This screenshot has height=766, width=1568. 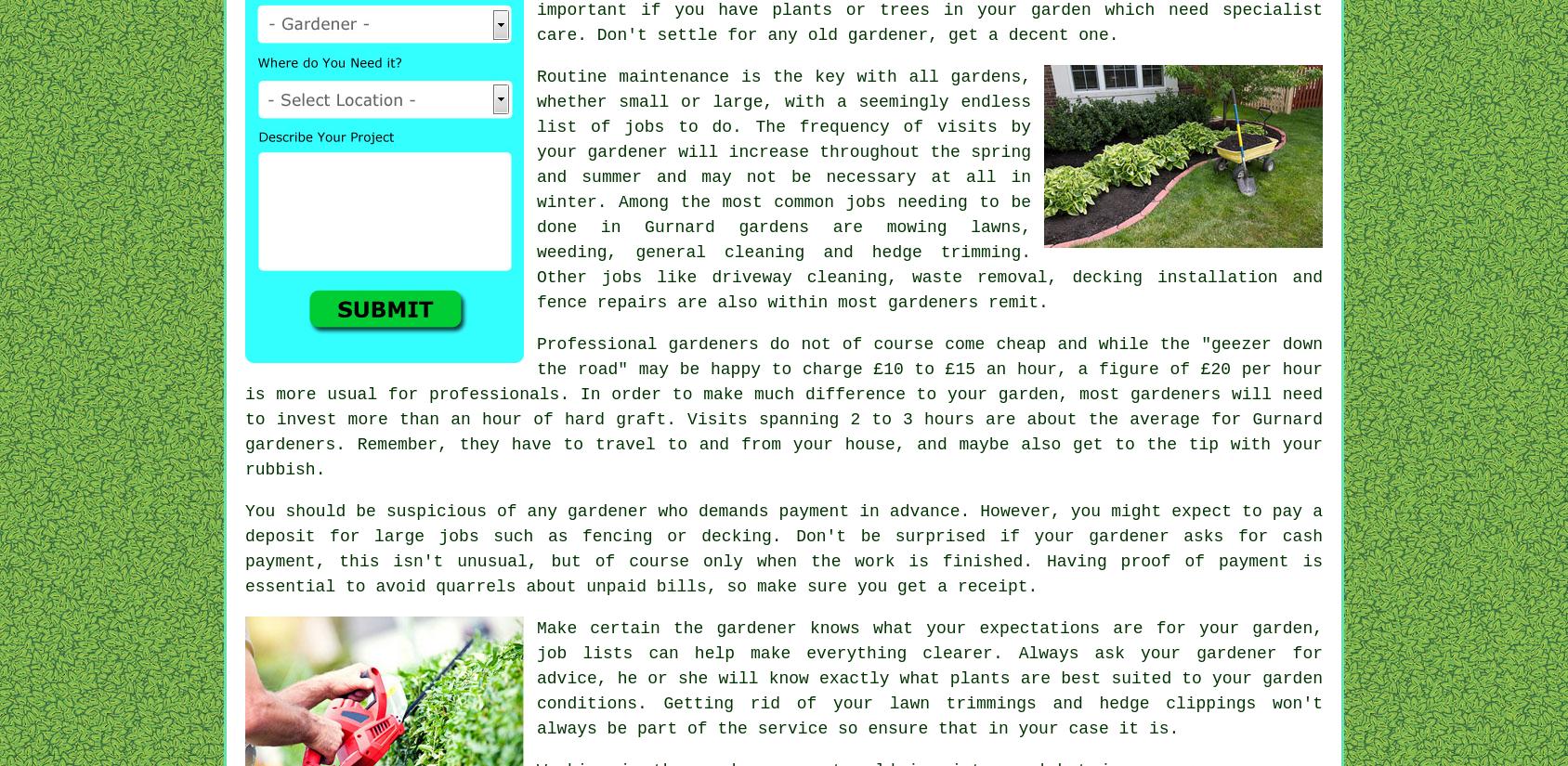 I want to click on '. However, you might expect to pay a deposit for large jobs such as', so click(x=783, y=524).